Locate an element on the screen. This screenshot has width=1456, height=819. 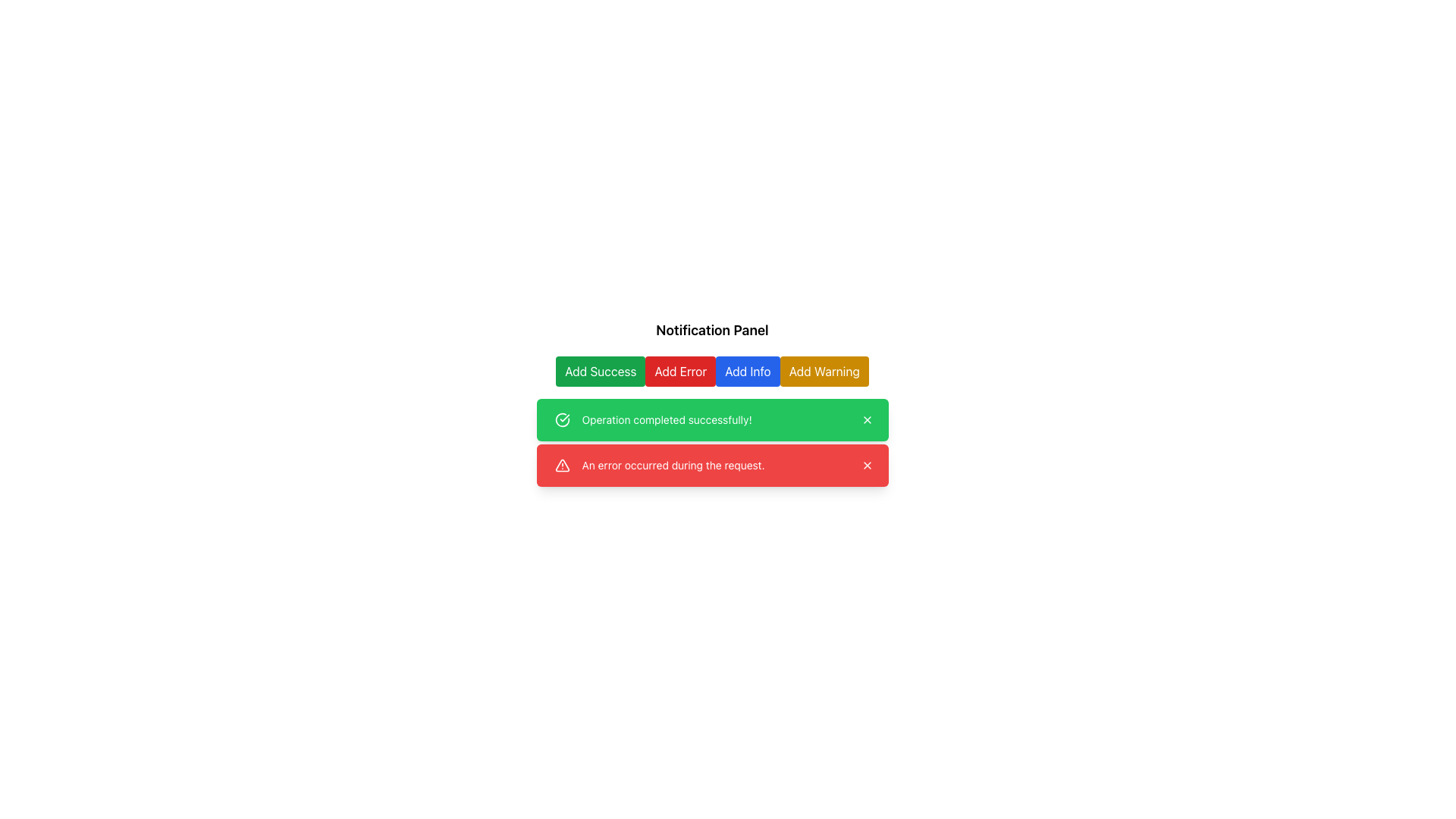
message from the Notification Bar, which indicates 'Operation completed successfully!' is located at coordinates (711, 420).